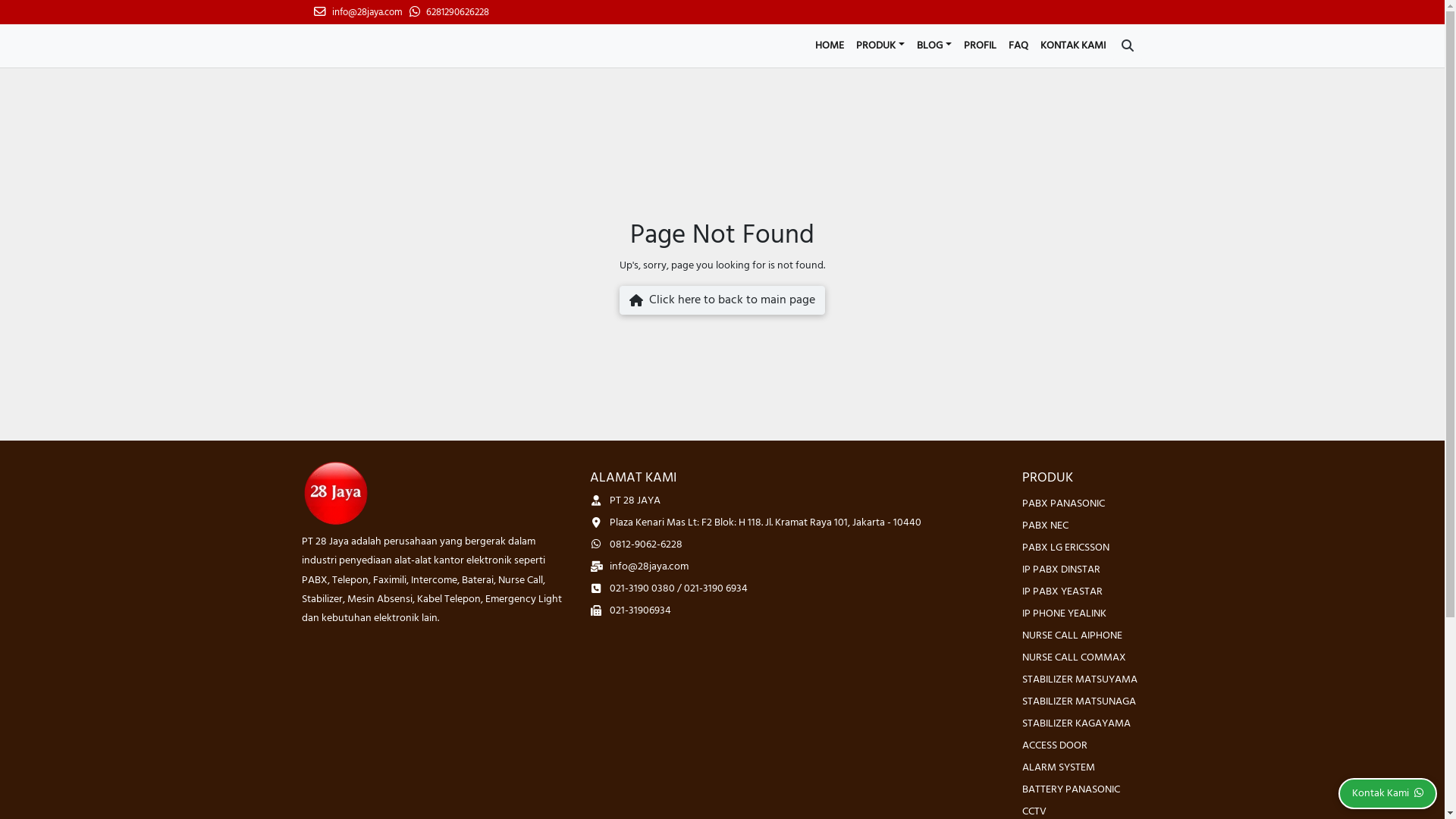 The image size is (1456, 819). What do you see at coordinates (829, 45) in the screenshot?
I see `'HOME'` at bounding box center [829, 45].